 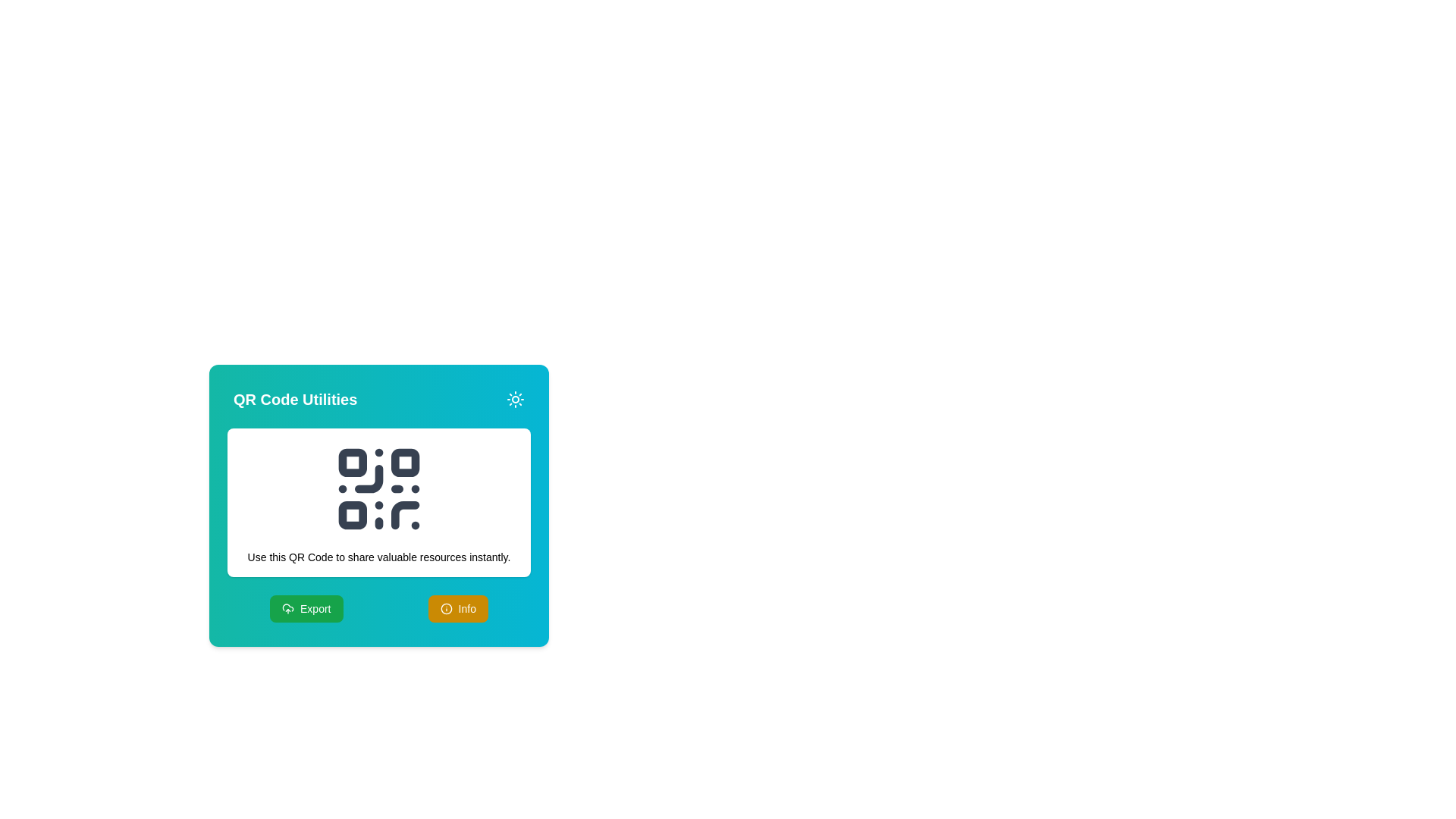 What do you see at coordinates (445, 607) in the screenshot?
I see `the circular icon with a yellow background and white border, featuring a small 'i' sign, located within the 'Info' button near the bottom-right corner of the card` at bounding box center [445, 607].